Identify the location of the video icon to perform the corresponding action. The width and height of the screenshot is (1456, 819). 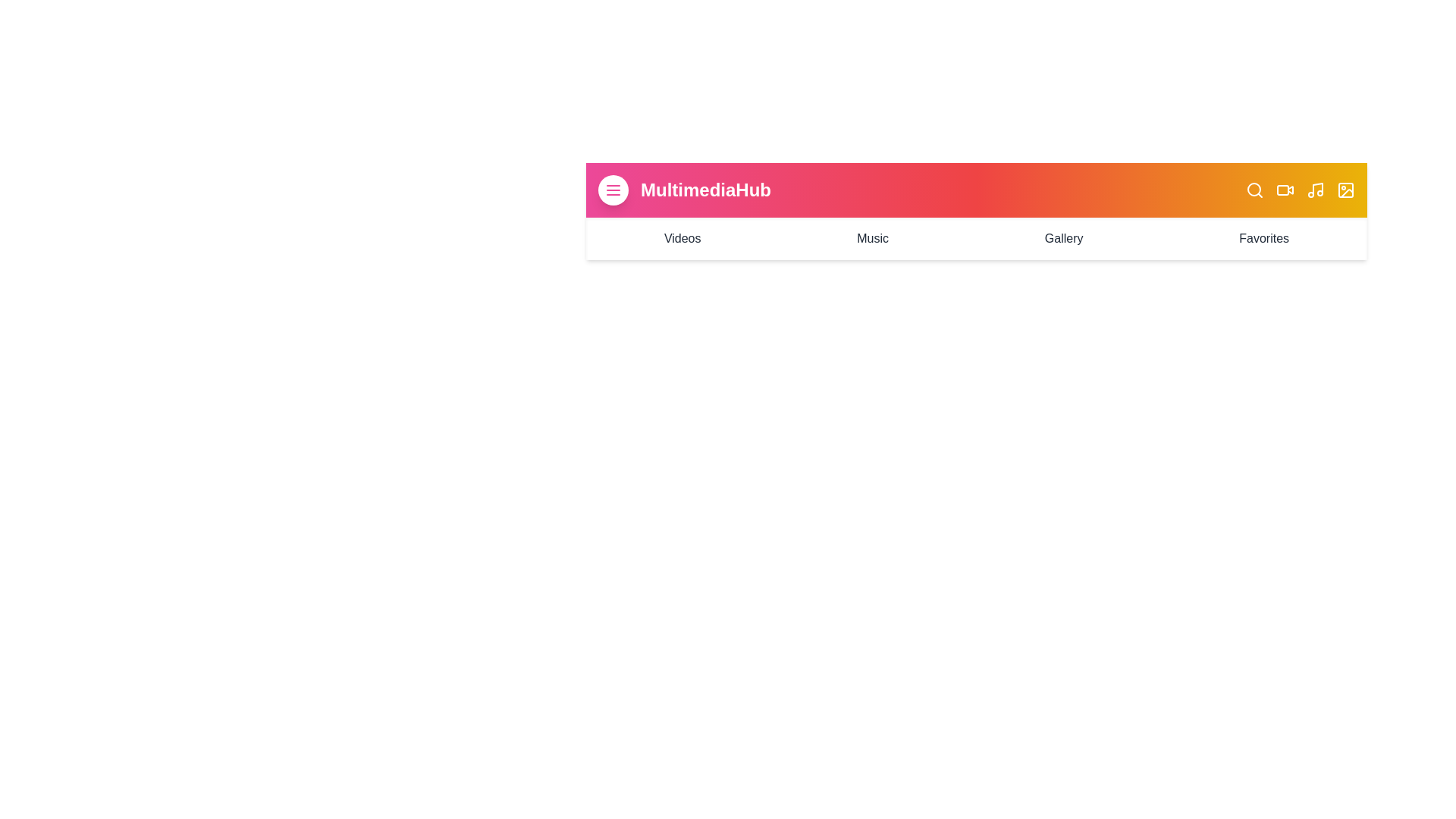
(1284, 189).